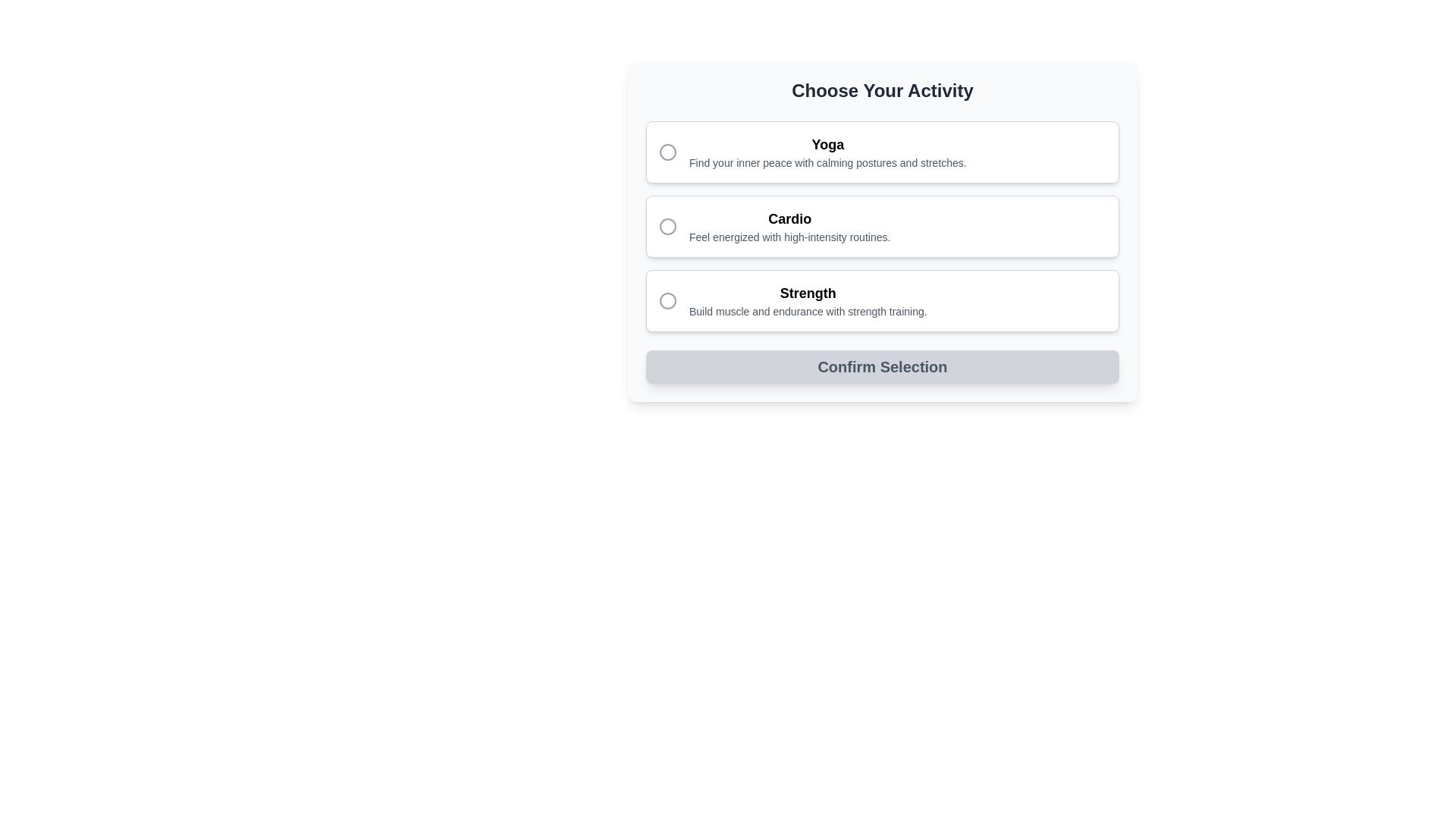 This screenshot has height=819, width=1456. Describe the element at coordinates (789, 237) in the screenshot. I see `descriptive subtitle text label located below the bold 'Cardio' heading within the 'Cardio' activity option` at that location.